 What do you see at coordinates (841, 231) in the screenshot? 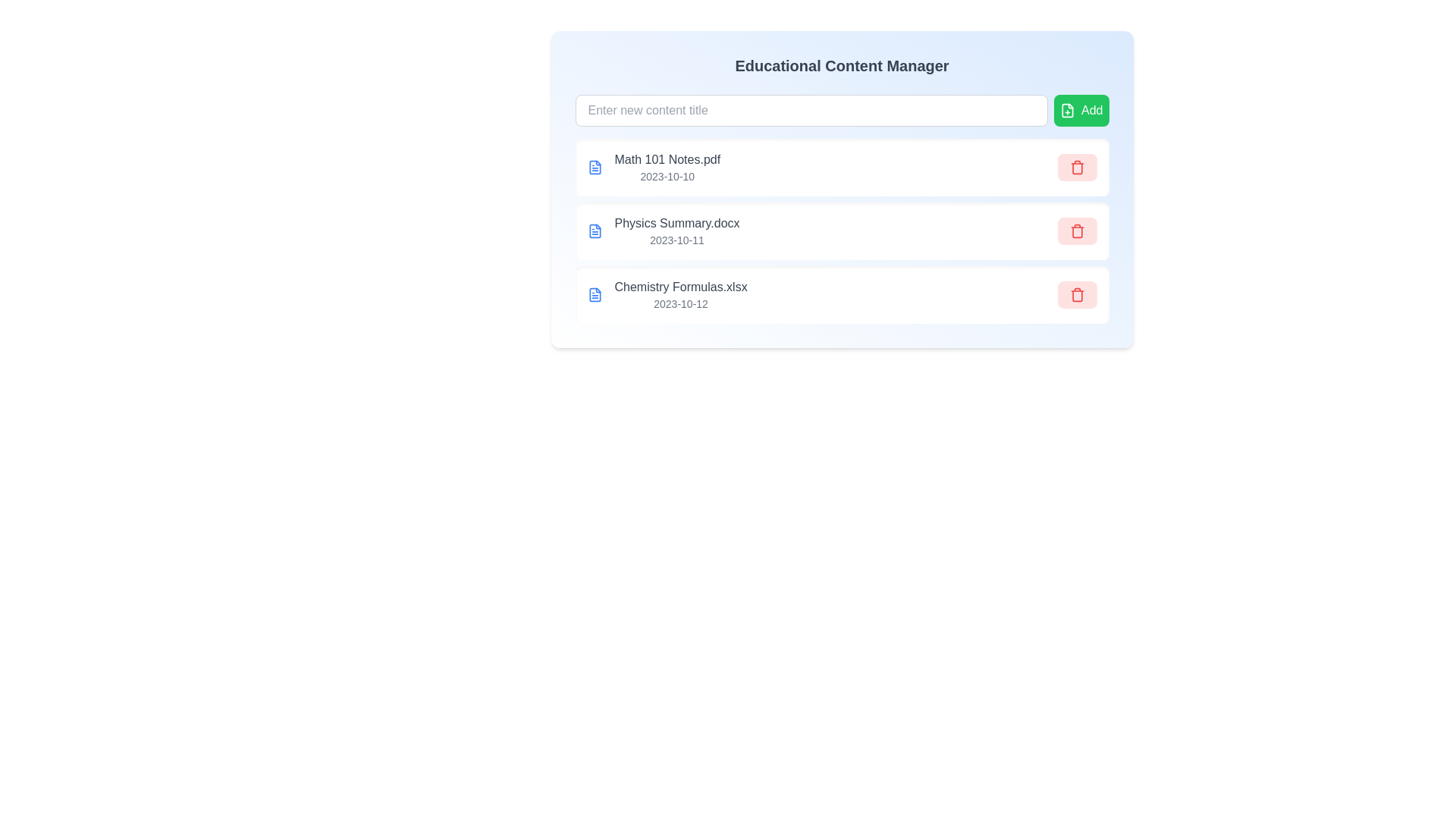
I see `the list item labeled 'Physics Summary.docx' which is the second item in a vertical list, containing the date '2023-10-11'` at bounding box center [841, 231].